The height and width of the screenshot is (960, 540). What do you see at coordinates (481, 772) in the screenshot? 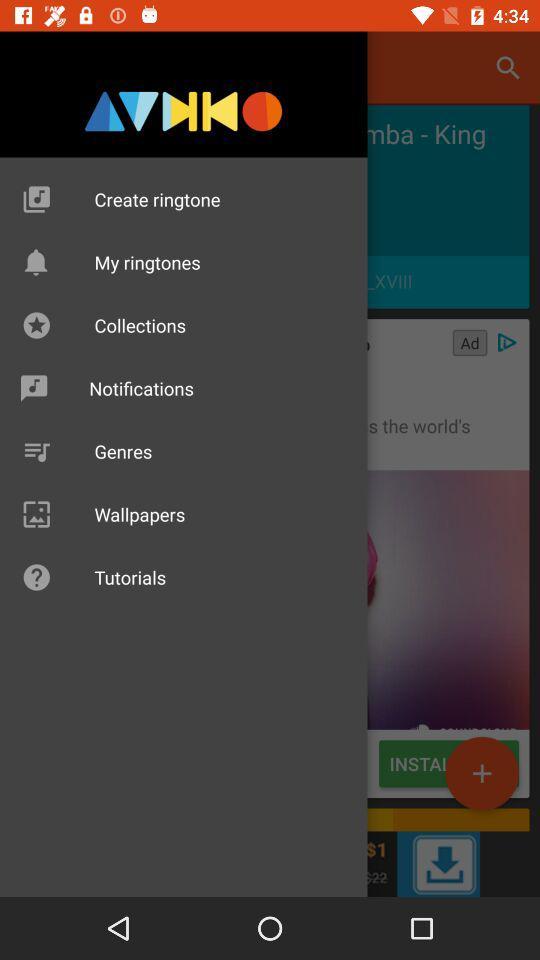
I see `the add icon` at bounding box center [481, 772].